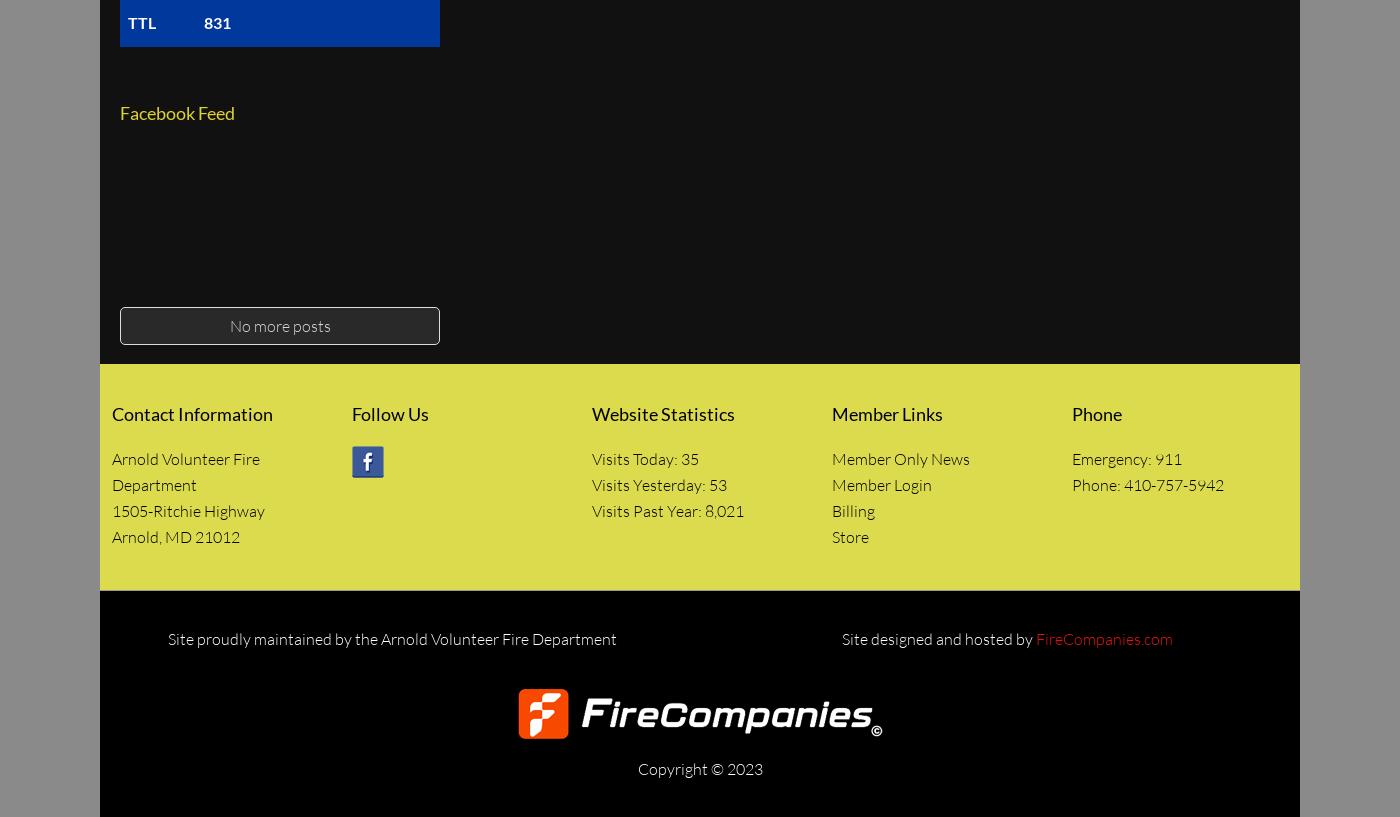 The image size is (1400, 817). What do you see at coordinates (186, 471) in the screenshot?
I see `'Arnold Volunteer Fire Department'` at bounding box center [186, 471].